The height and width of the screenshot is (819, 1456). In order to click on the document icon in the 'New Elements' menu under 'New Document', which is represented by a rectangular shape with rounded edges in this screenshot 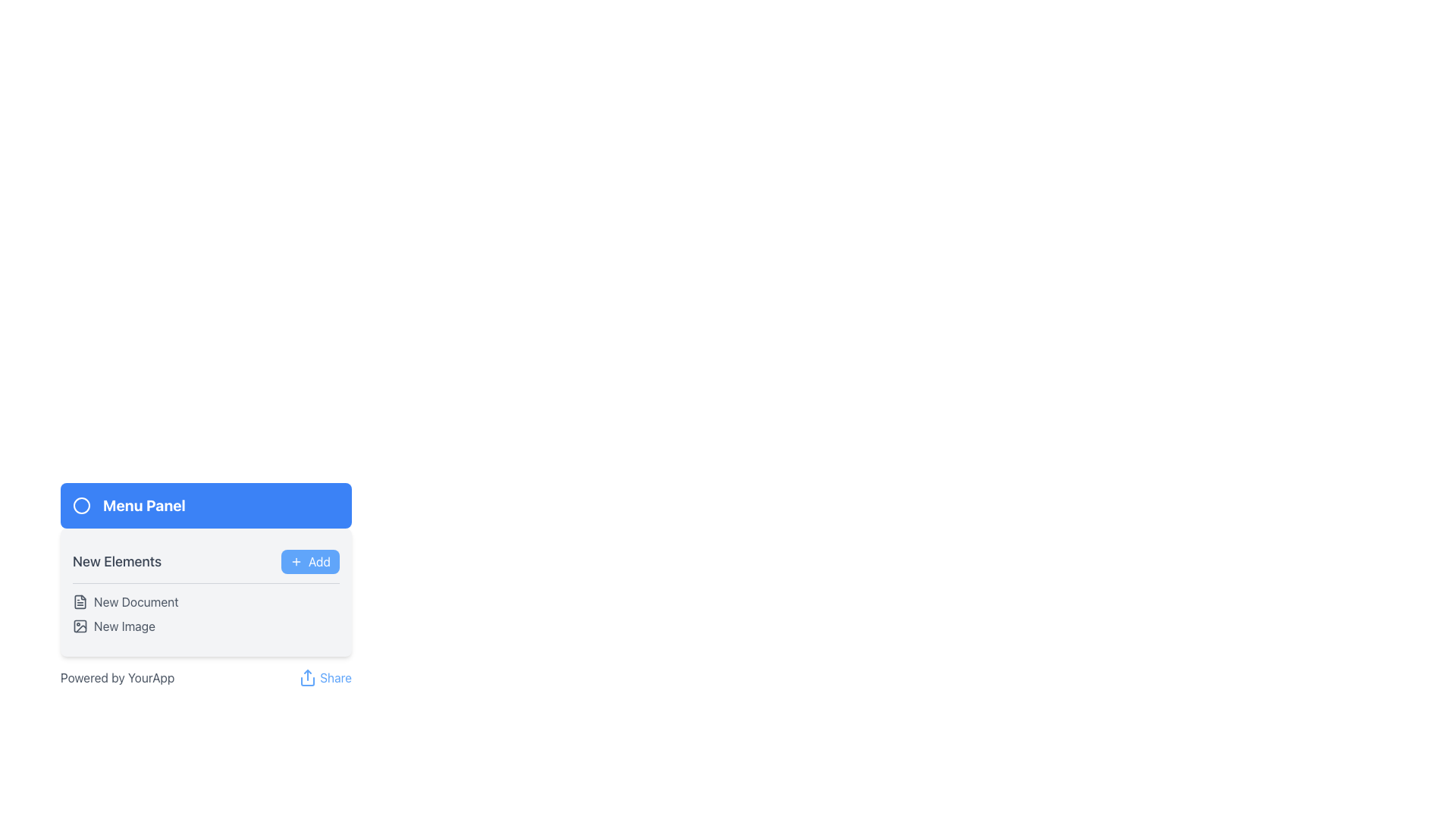, I will do `click(79, 601)`.